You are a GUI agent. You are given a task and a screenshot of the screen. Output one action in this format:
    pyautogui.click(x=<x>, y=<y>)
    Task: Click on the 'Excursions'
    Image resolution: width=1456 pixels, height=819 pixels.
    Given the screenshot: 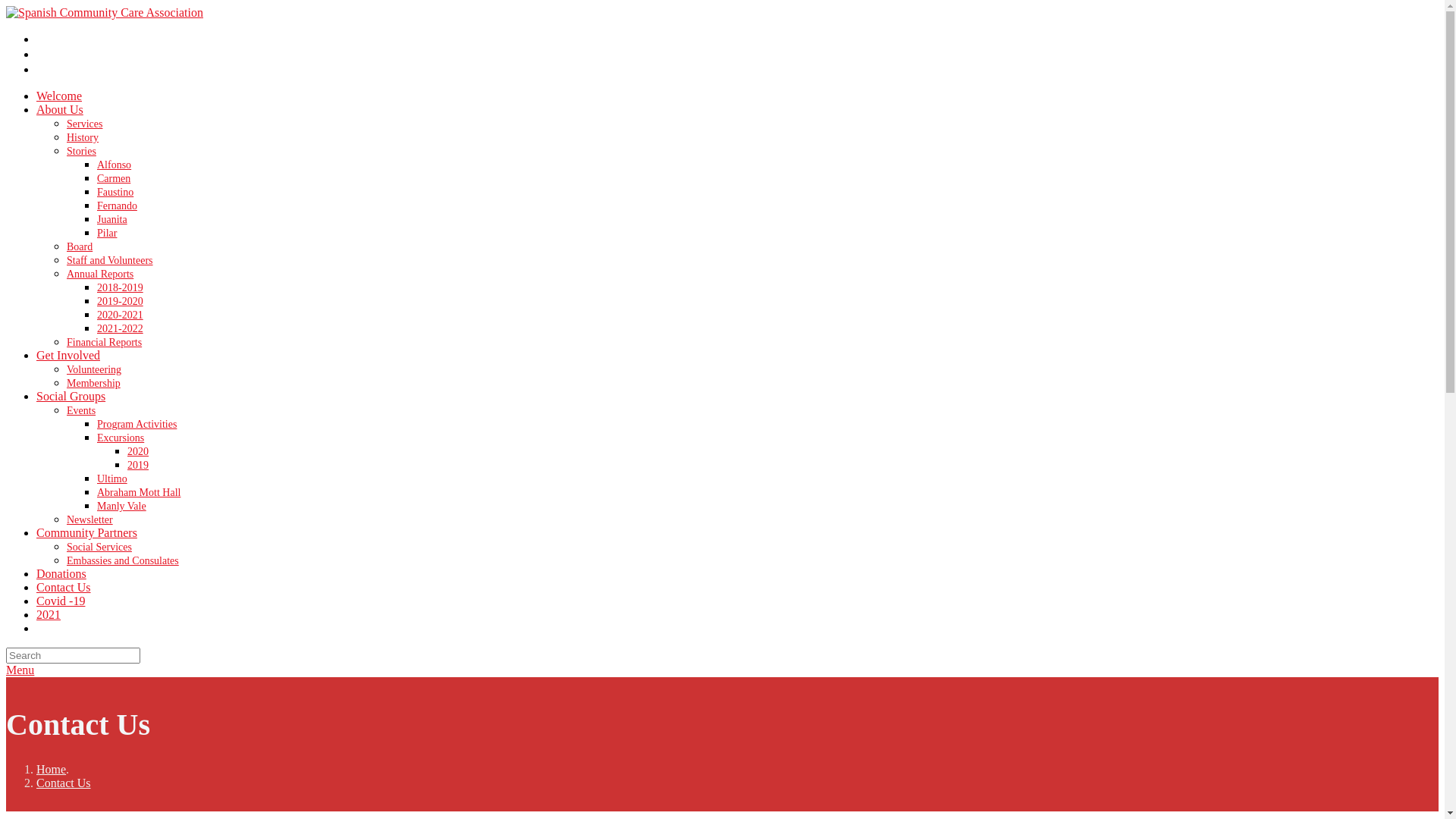 What is the action you would take?
    pyautogui.click(x=119, y=438)
    